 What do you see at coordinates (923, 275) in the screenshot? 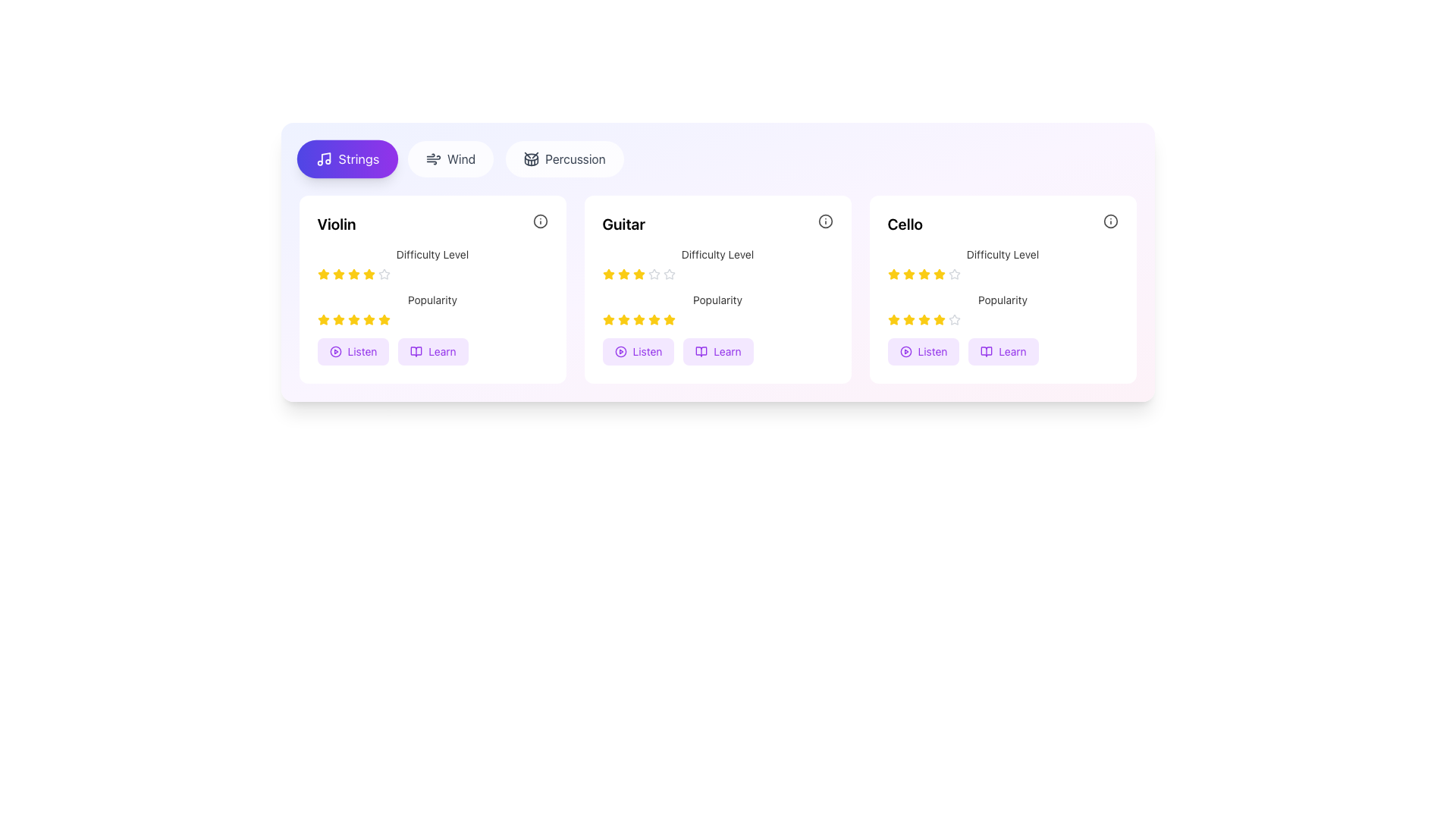
I see `the fourth star icon from the left in the 'Difficulty Level' section of the 'Cello' card to indicate the rating` at bounding box center [923, 275].